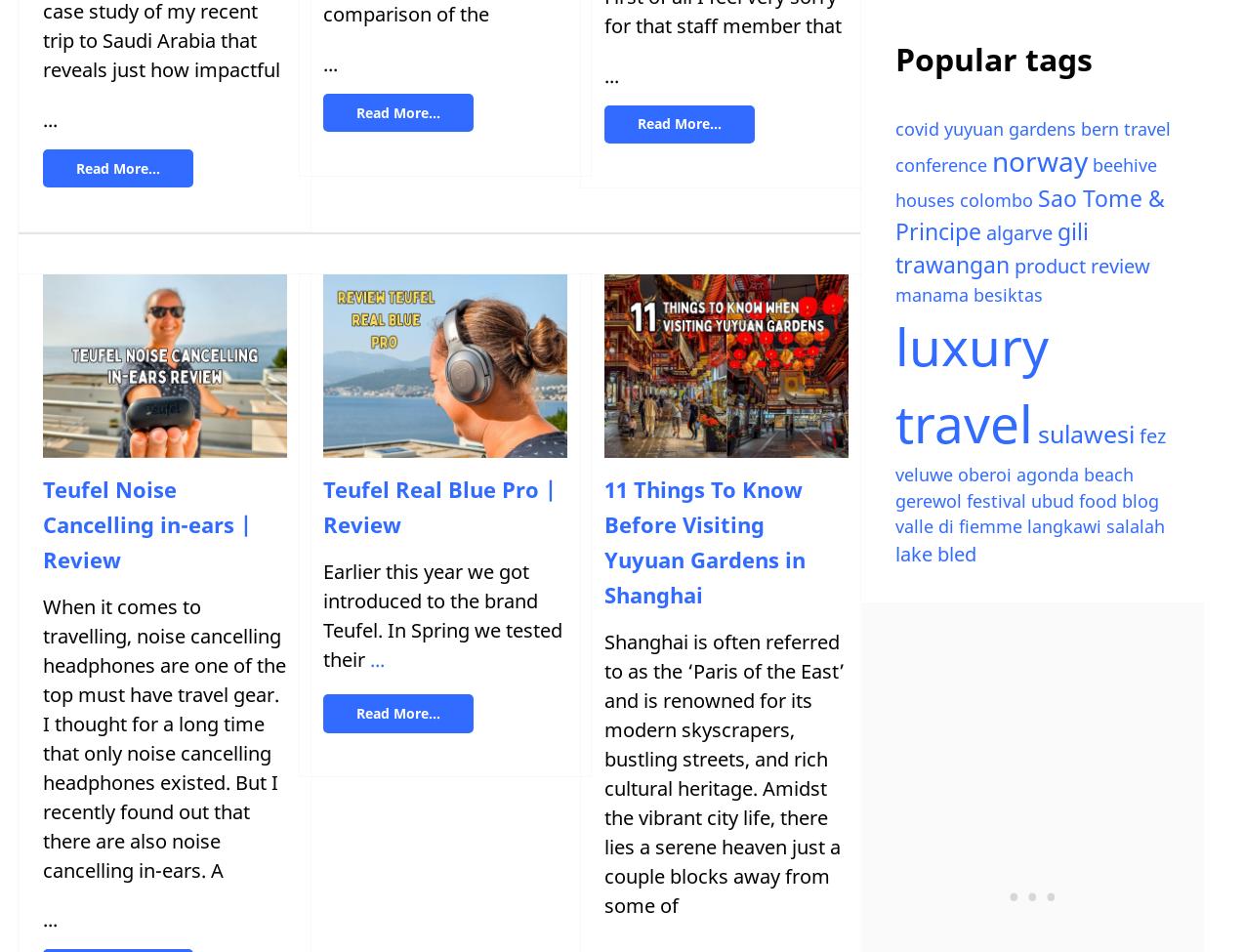 The height and width of the screenshot is (952, 1244). What do you see at coordinates (1063, 524) in the screenshot?
I see `'langkawi'` at bounding box center [1063, 524].